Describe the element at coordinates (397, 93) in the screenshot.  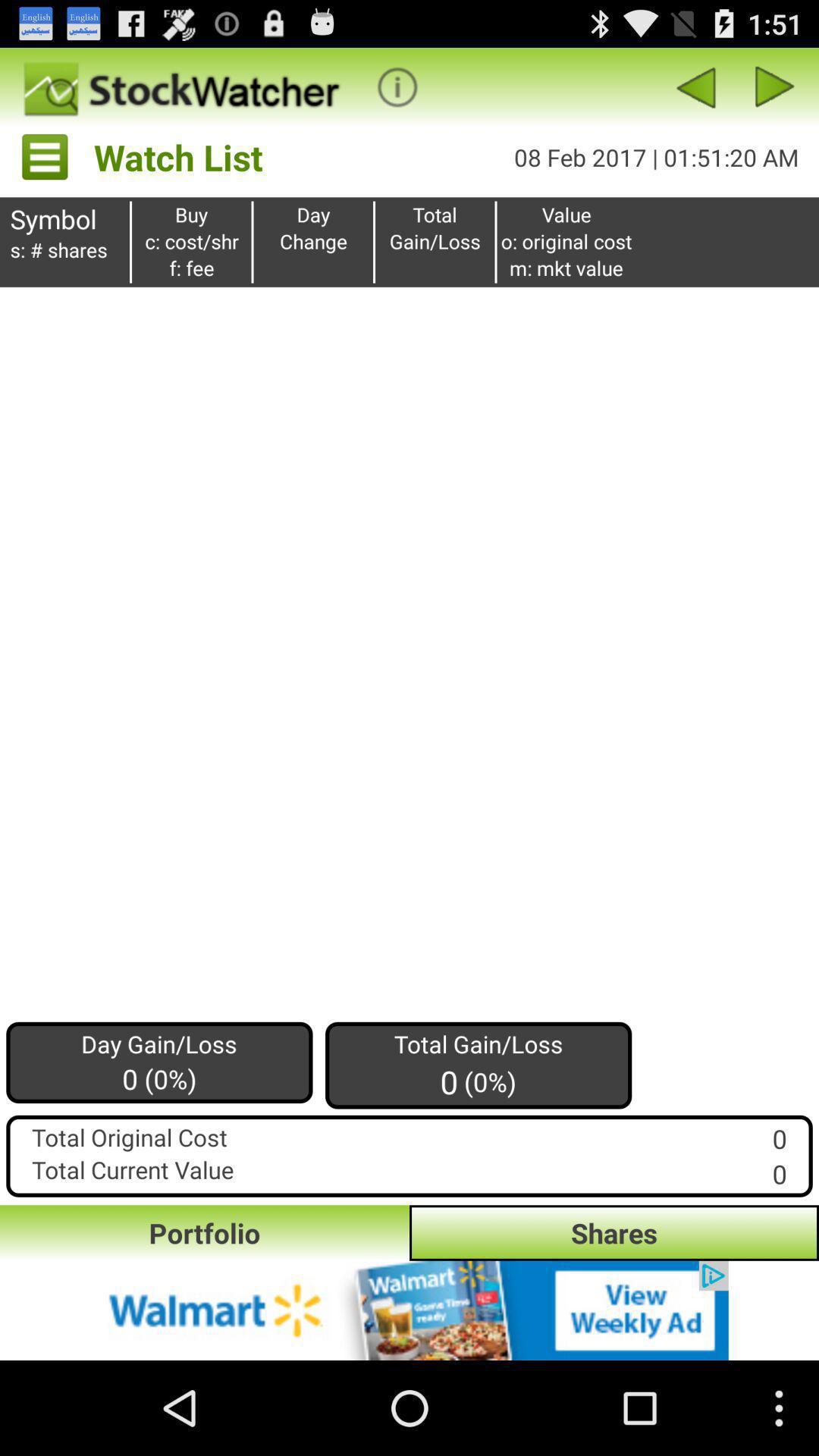
I see `the info icon` at that location.